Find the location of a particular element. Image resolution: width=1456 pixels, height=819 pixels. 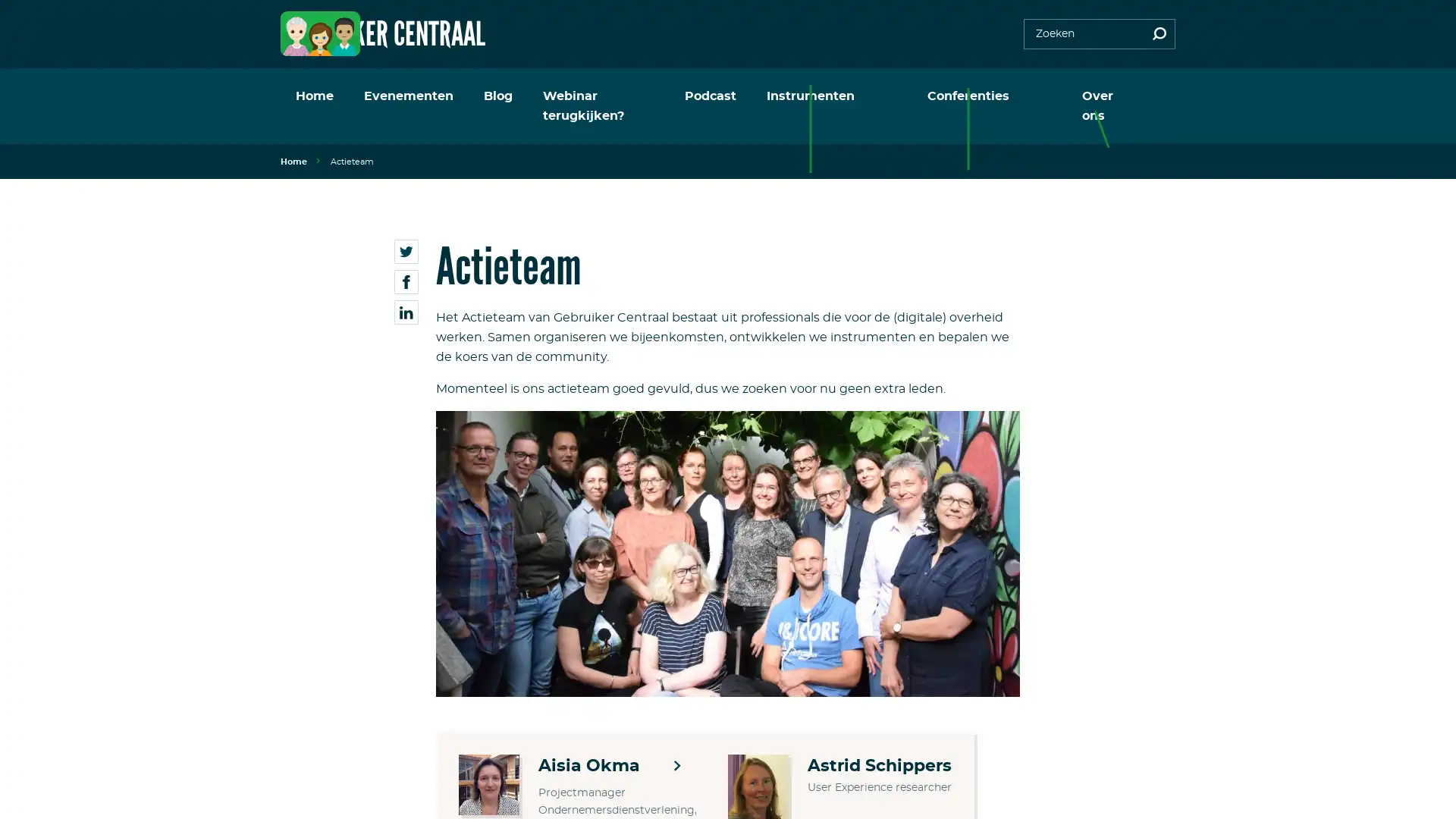

Zoek is located at coordinates (1159, 34).